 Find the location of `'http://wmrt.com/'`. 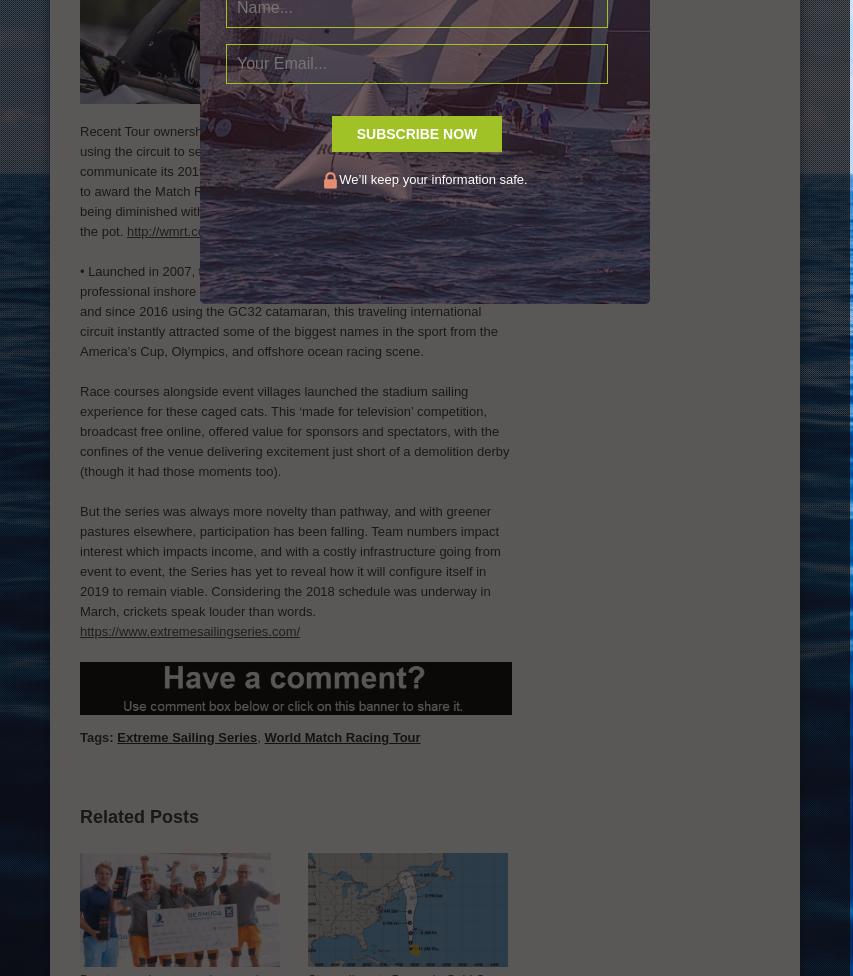

'http://wmrt.com/' is located at coordinates (172, 229).